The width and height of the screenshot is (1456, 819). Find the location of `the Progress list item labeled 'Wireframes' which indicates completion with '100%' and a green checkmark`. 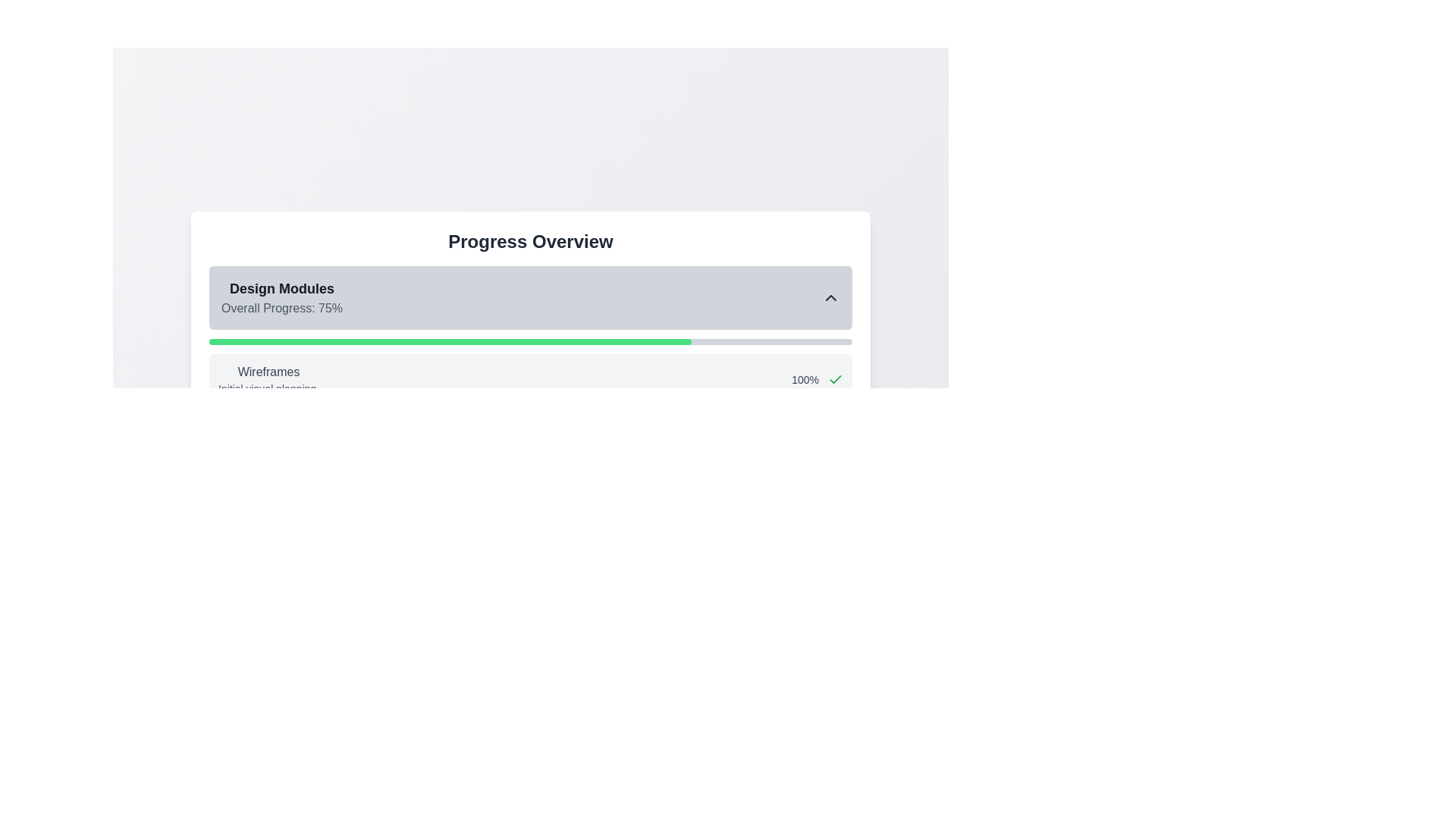

the Progress list item labeled 'Wireframes' which indicates completion with '100%' and a green checkmark is located at coordinates (531, 379).